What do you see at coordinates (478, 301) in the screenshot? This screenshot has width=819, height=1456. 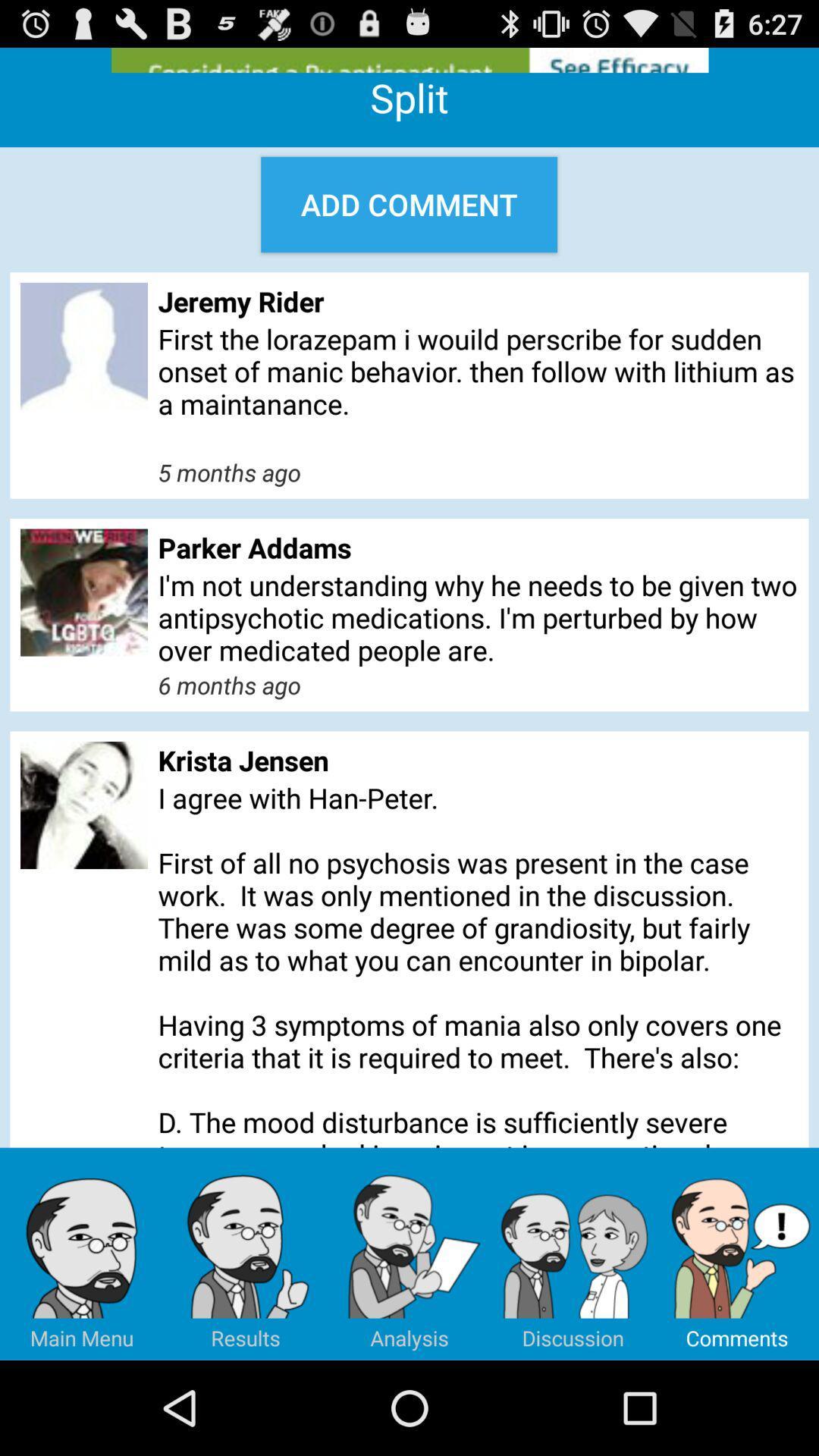 I see `the item below the add comment item` at bounding box center [478, 301].